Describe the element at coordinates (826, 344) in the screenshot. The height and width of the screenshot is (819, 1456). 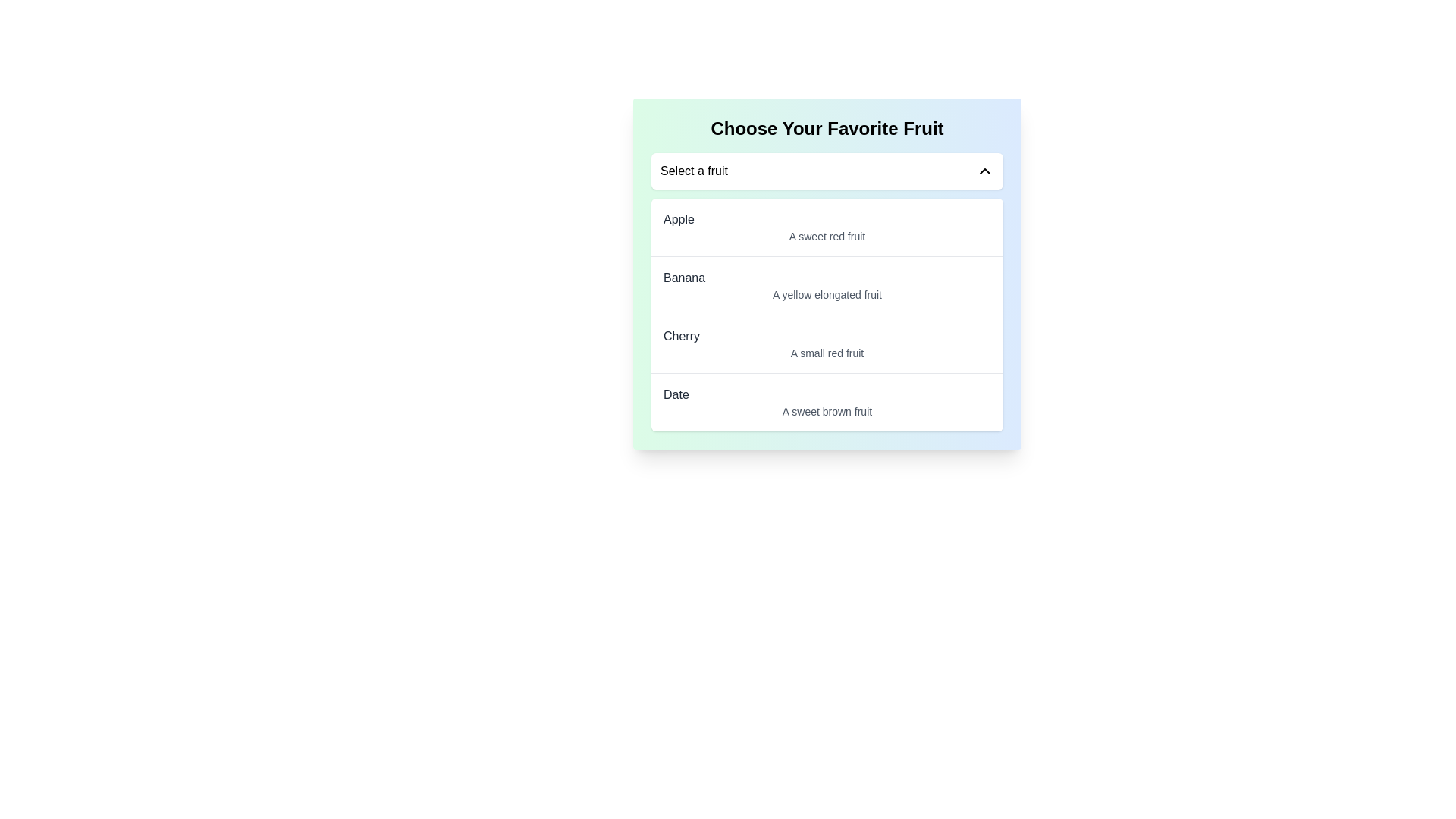
I see `the third item in the dropdown menu, which is 'Cherry'` at that location.